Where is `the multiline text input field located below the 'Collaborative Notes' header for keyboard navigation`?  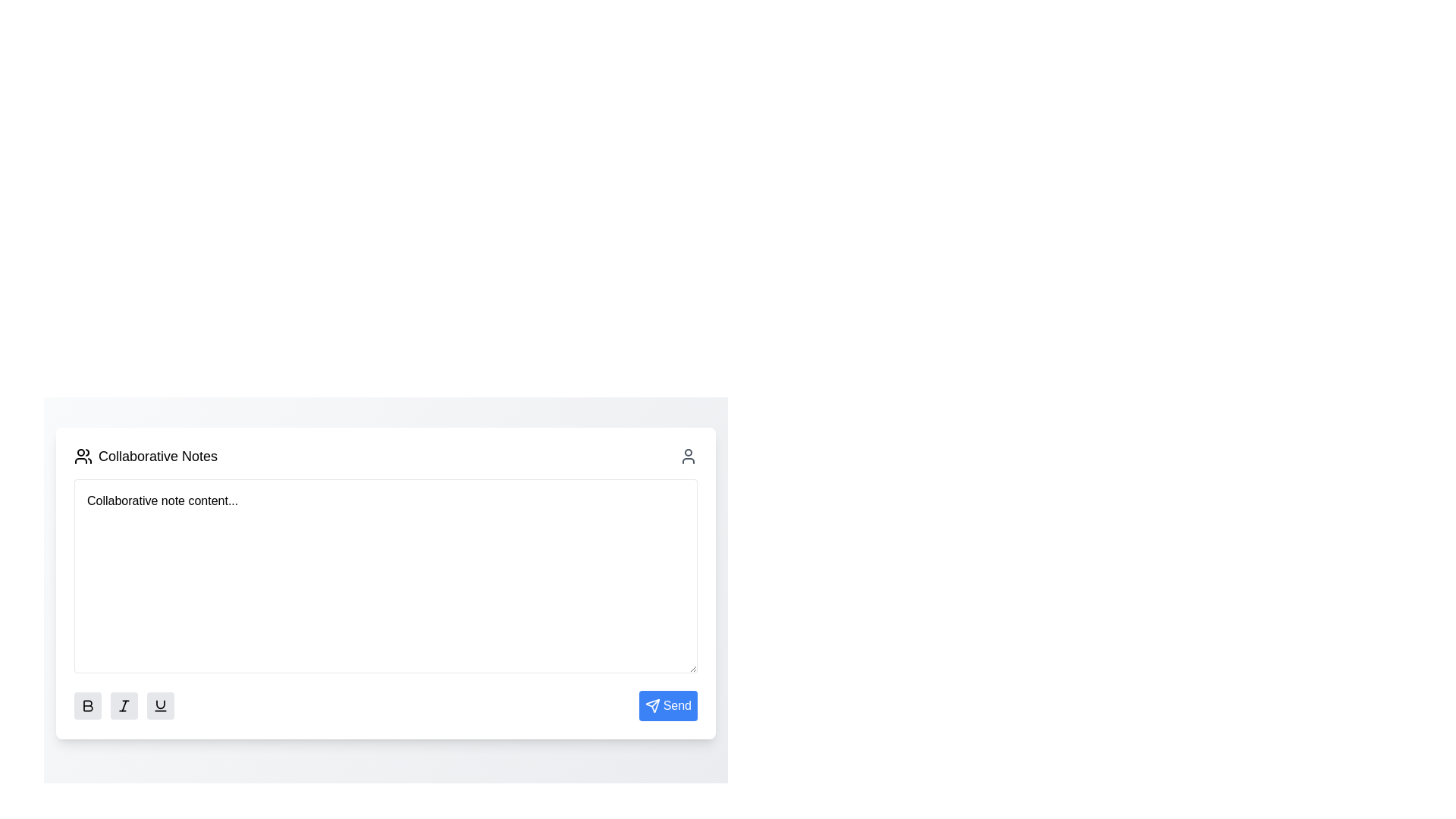 the multiline text input field located below the 'Collaborative Notes' header for keyboard navigation is located at coordinates (385, 576).